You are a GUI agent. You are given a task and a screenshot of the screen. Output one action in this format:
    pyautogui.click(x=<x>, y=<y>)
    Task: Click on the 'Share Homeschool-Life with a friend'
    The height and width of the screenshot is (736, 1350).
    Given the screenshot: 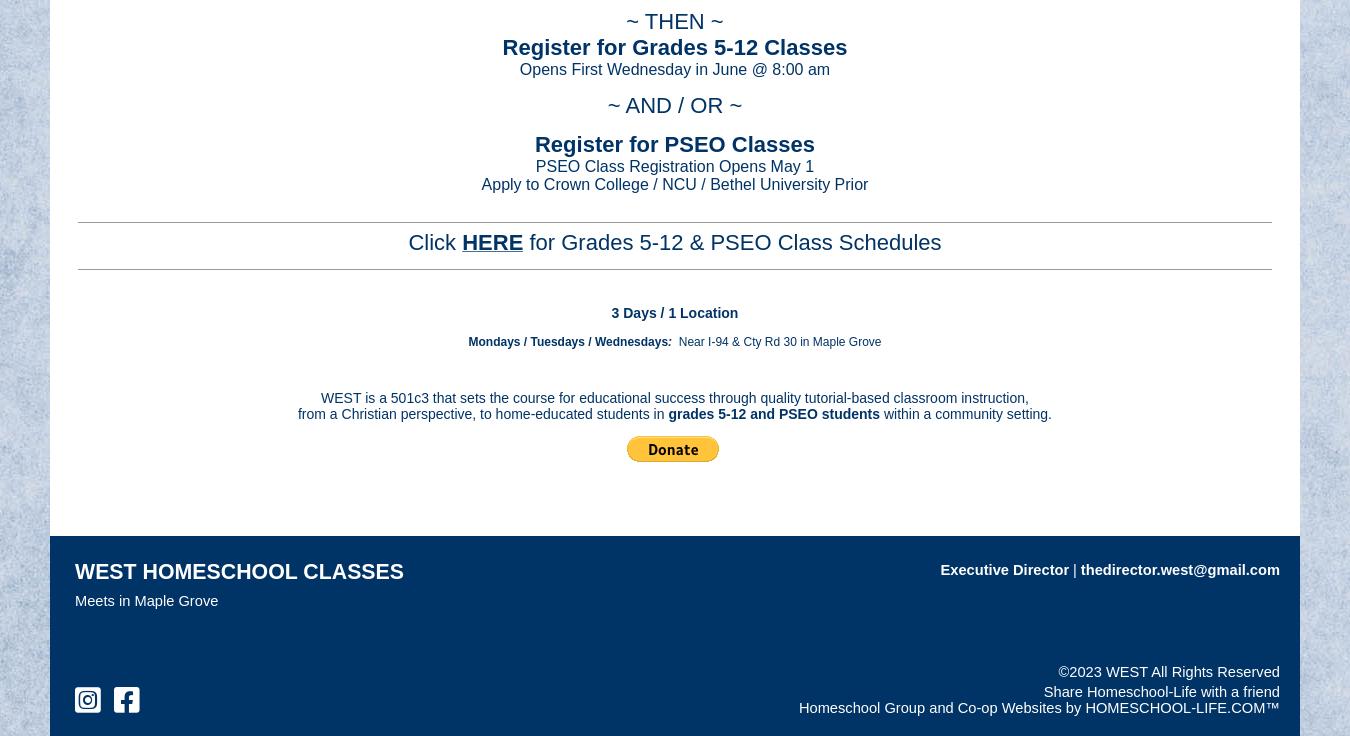 What is the action you would take?
    pyautogui.click(x=1160, y=691)
    